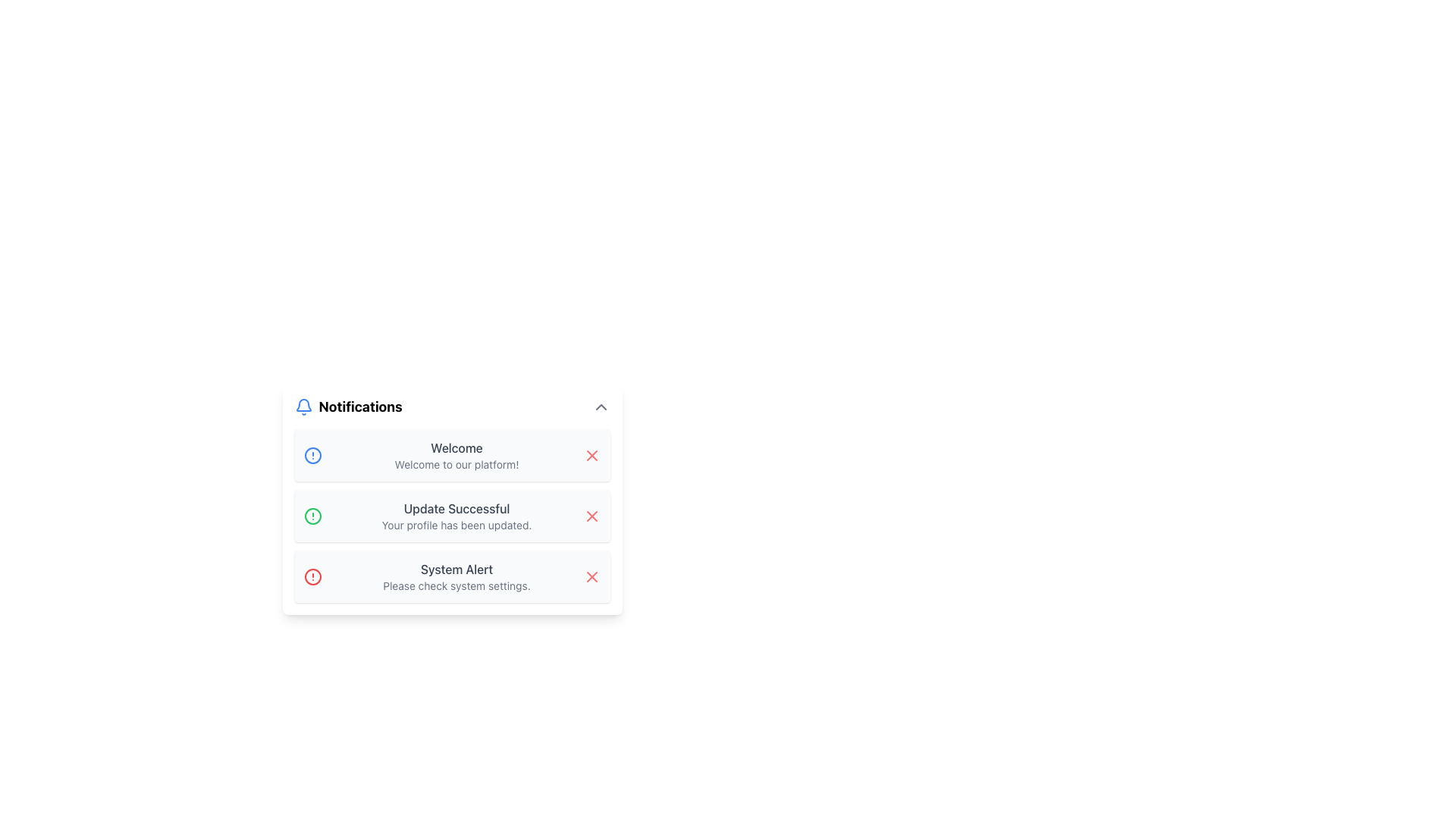 The height and width of the screenshot is (819, 1456). Describe the element at coordinates (456, 576) in the screenshot. I see `the Notification message displaying 'System Alert' and 'Please check system settings.' which is the third entry in the Notifications section` at that location.